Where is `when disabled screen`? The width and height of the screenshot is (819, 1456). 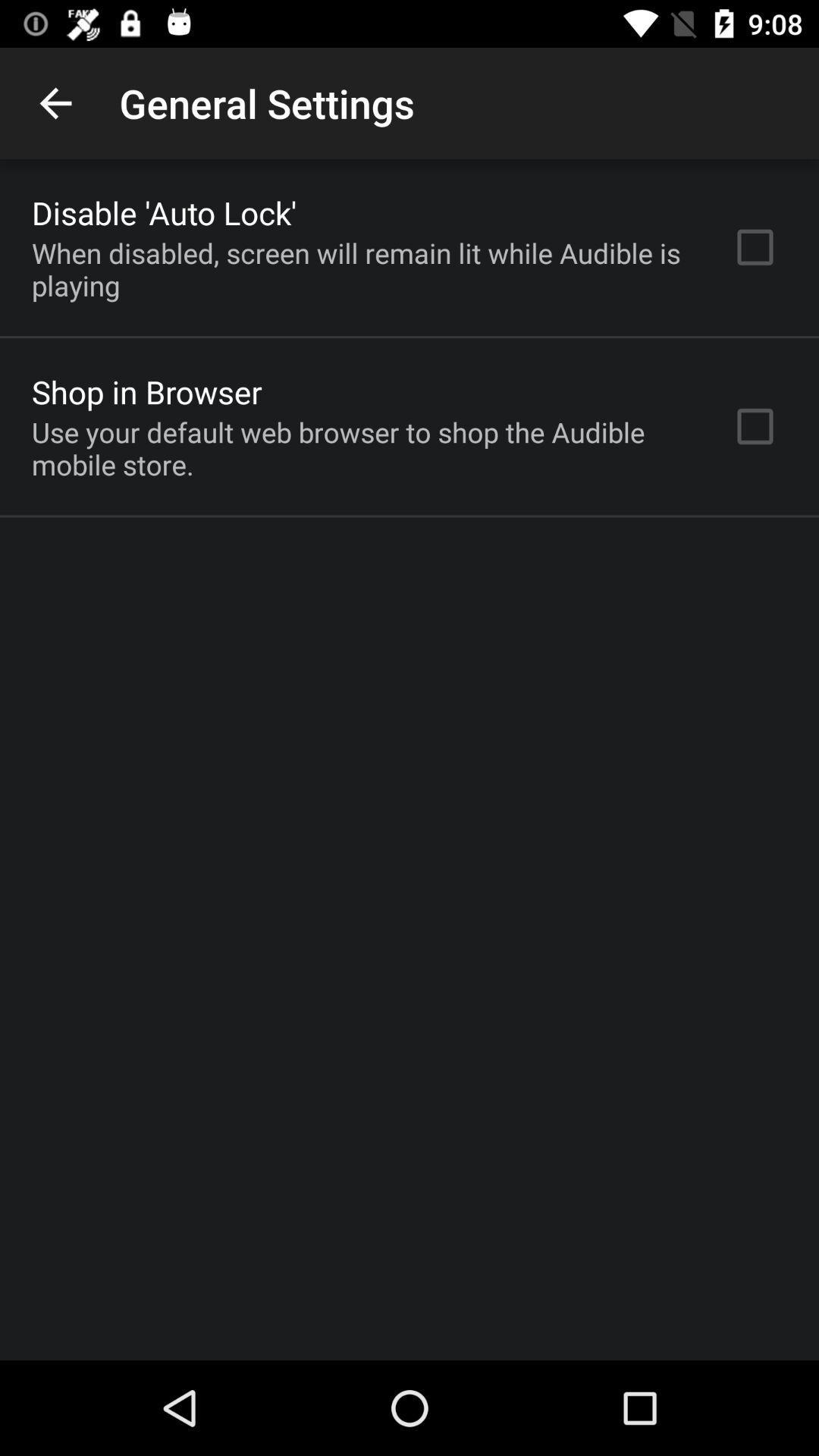
when disabled screen is located at coordinates (362, 269).